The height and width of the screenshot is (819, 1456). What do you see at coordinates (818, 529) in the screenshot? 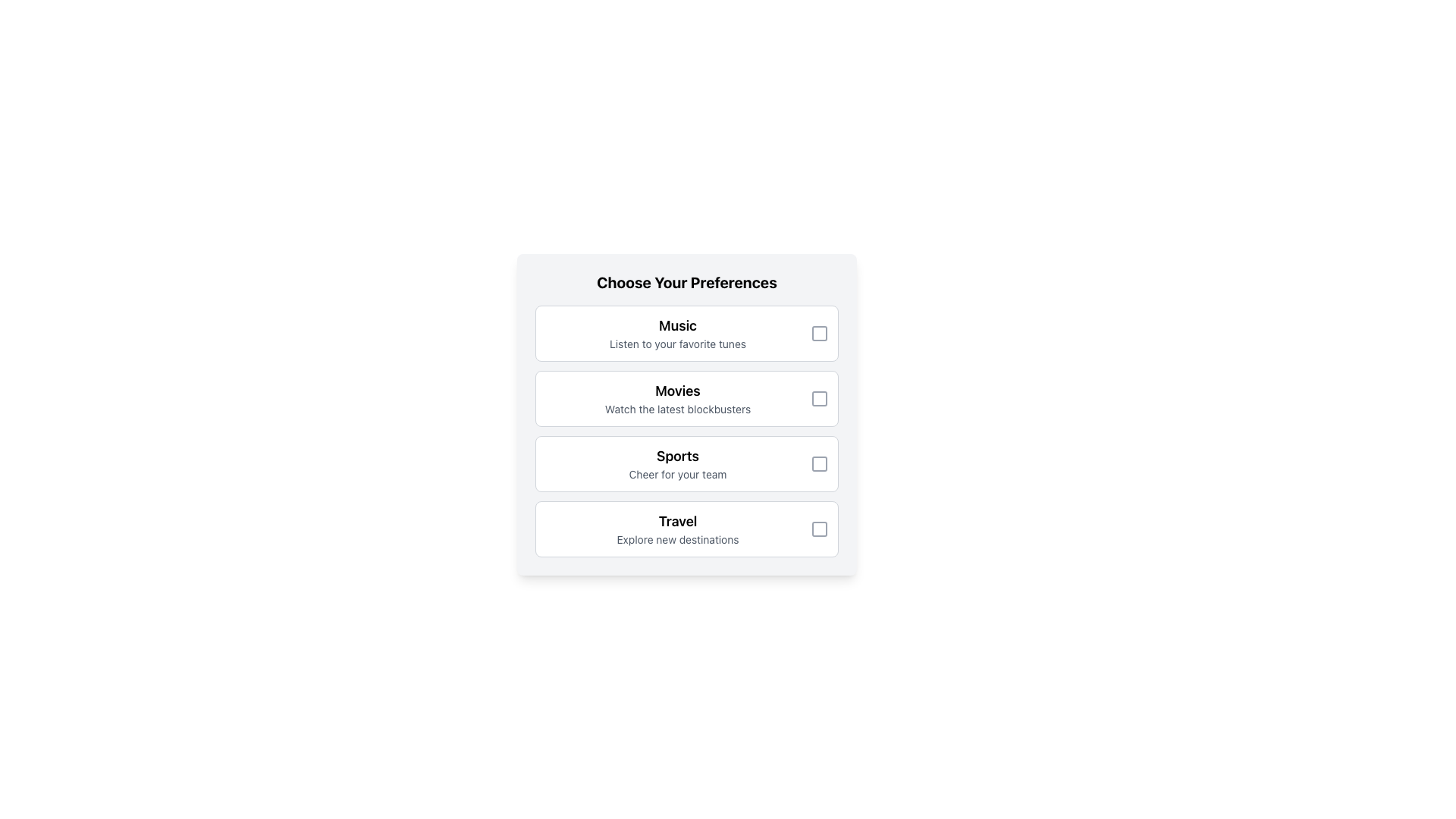
I see `the checkbox for the 'Travel' preference option located to the right of the text 'Explore new destinations'` at bounding box center [818, 529].